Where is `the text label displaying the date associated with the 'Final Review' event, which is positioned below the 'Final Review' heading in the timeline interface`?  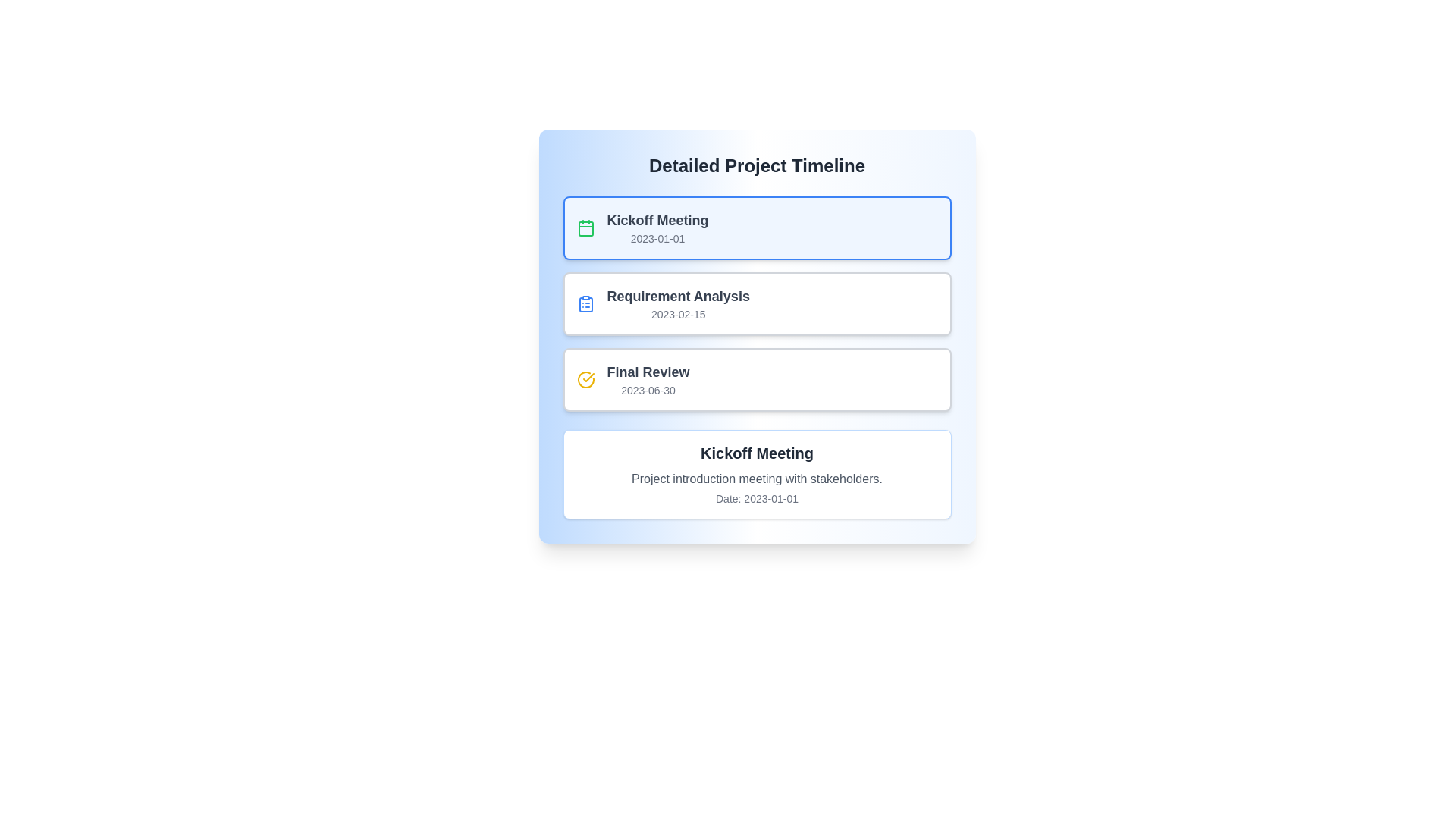
the text label displaying the date associated with the 'Final Review' event, which is positioned below the 'Final Review' heading in the timeline interface is located at coordinates (648, 390).